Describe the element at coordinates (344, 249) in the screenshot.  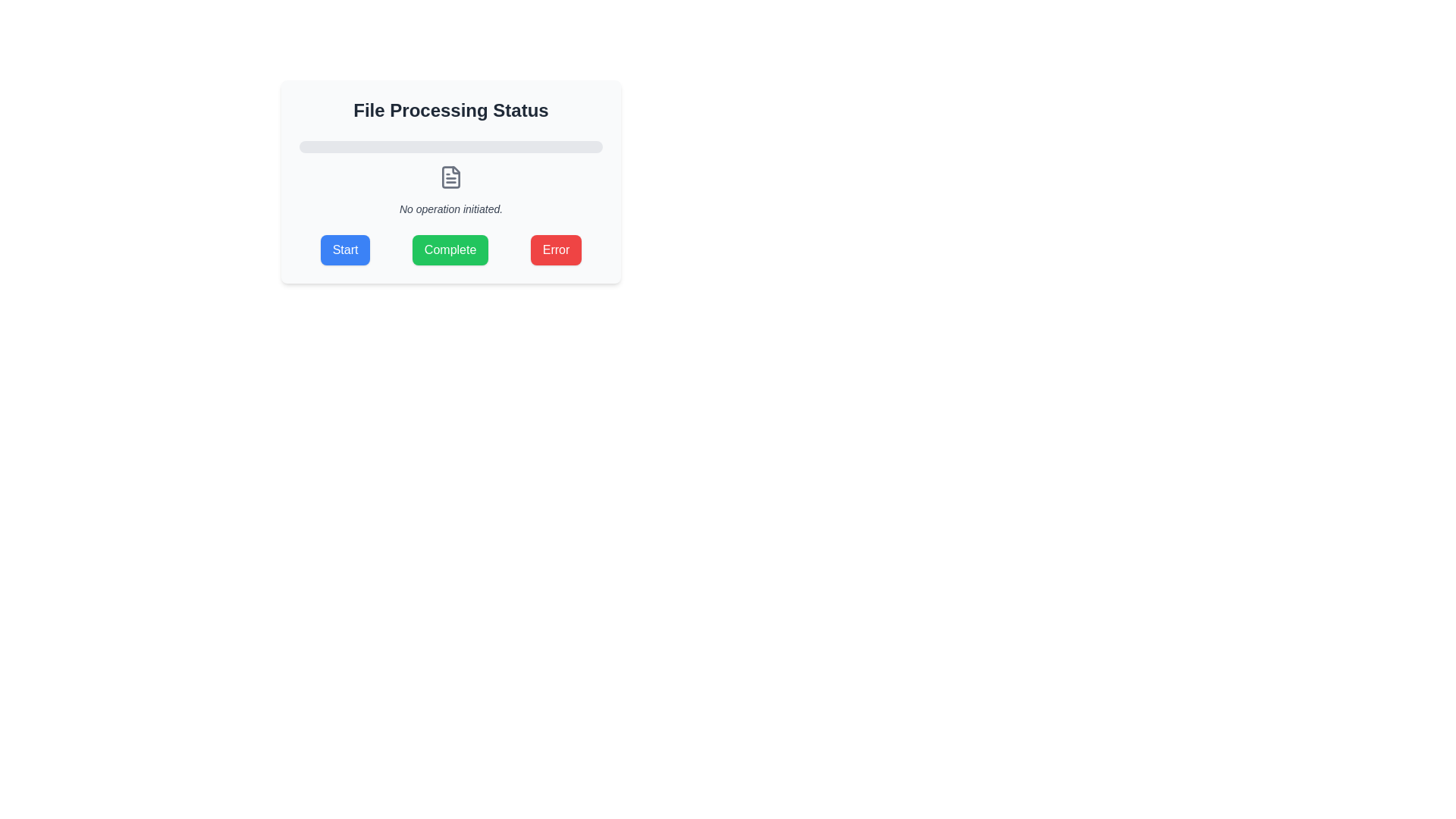
I see `the actionable button located in the 'File Processing Status' panel, which is the first of three horizontally aligned buttons` at that location.